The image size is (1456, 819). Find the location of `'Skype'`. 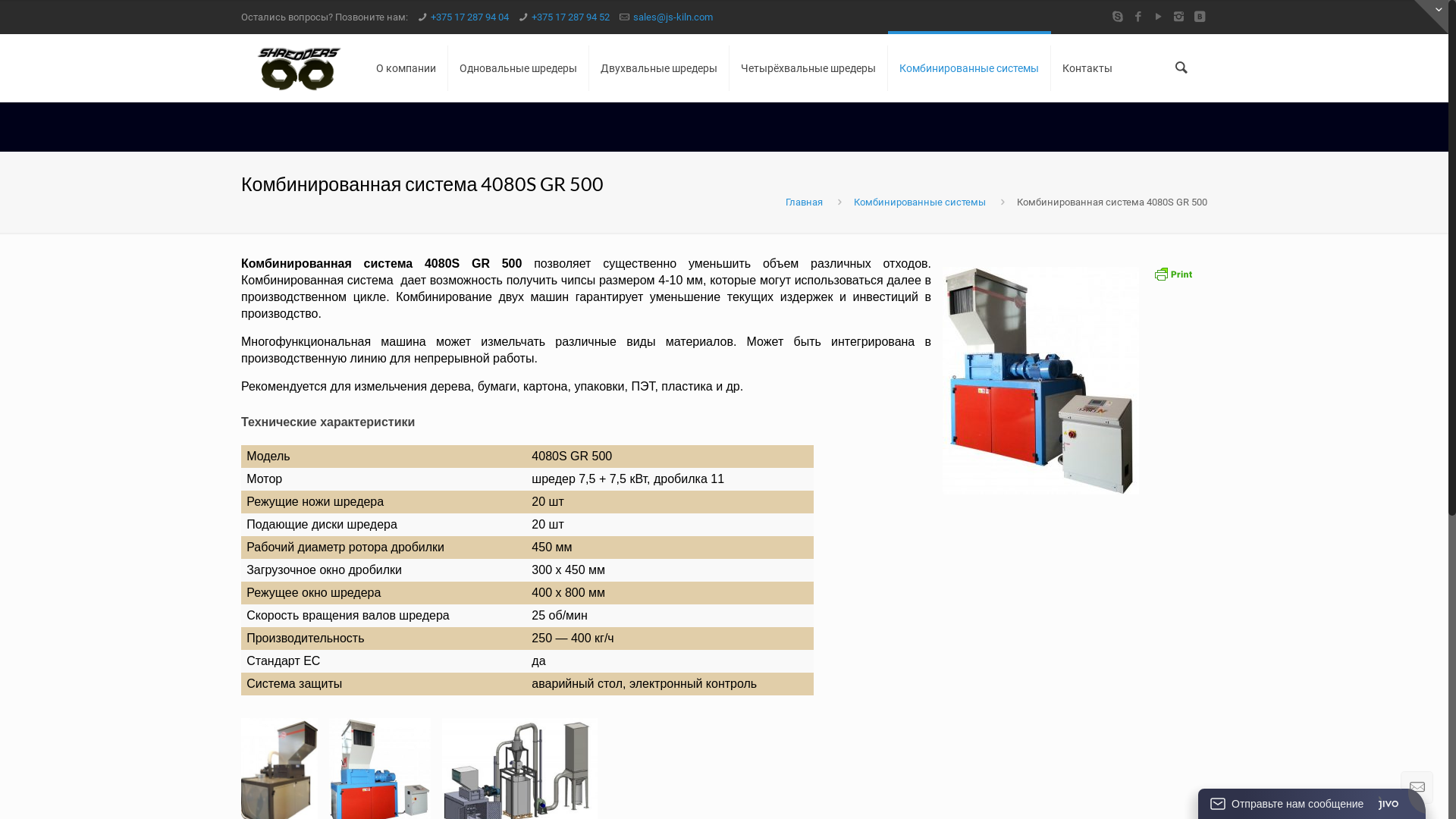

'Skype' is located at coordinates (1117, 17).